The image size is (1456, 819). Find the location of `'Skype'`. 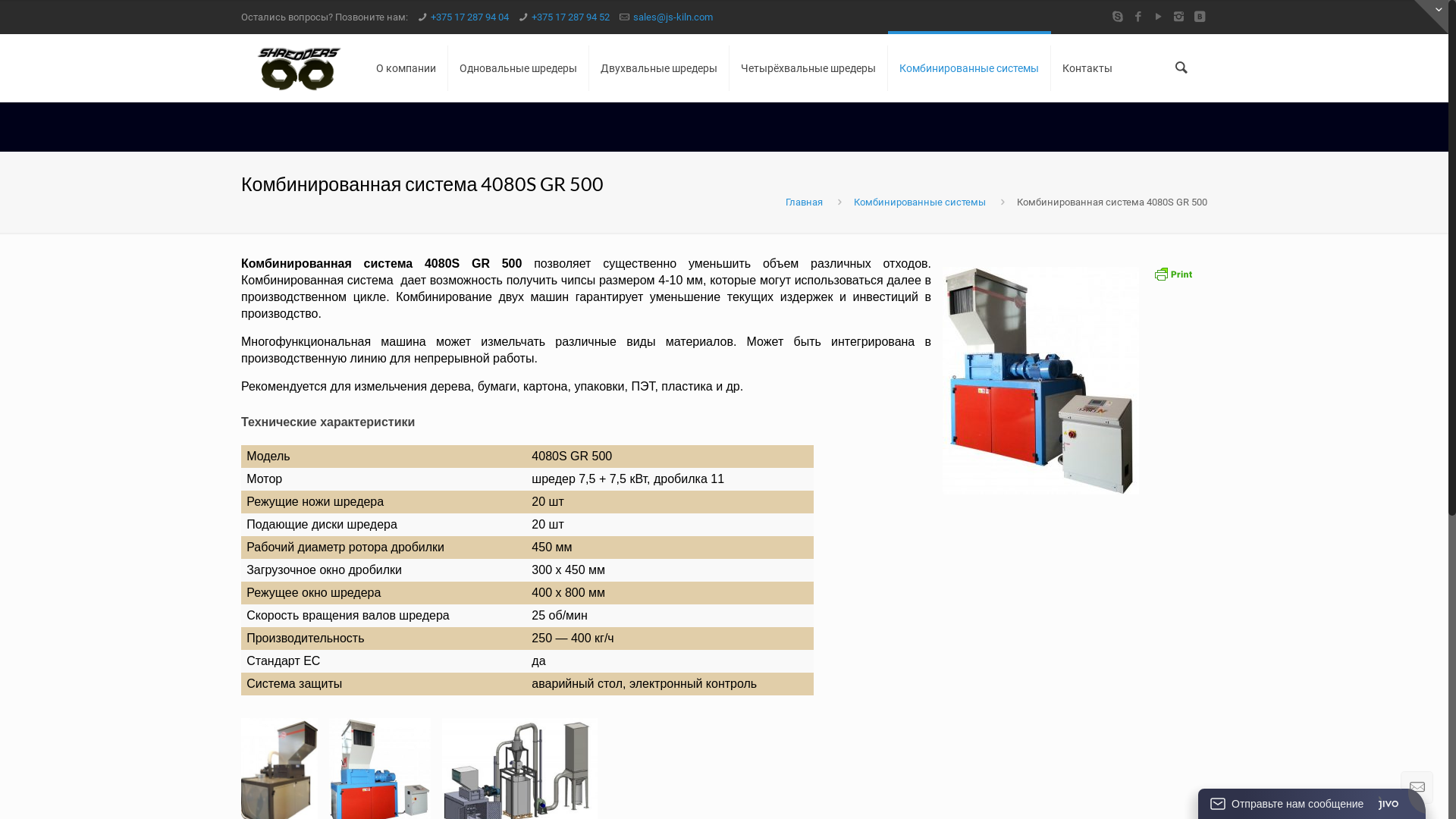

'Skype' is located at coordinates (1117, 17).